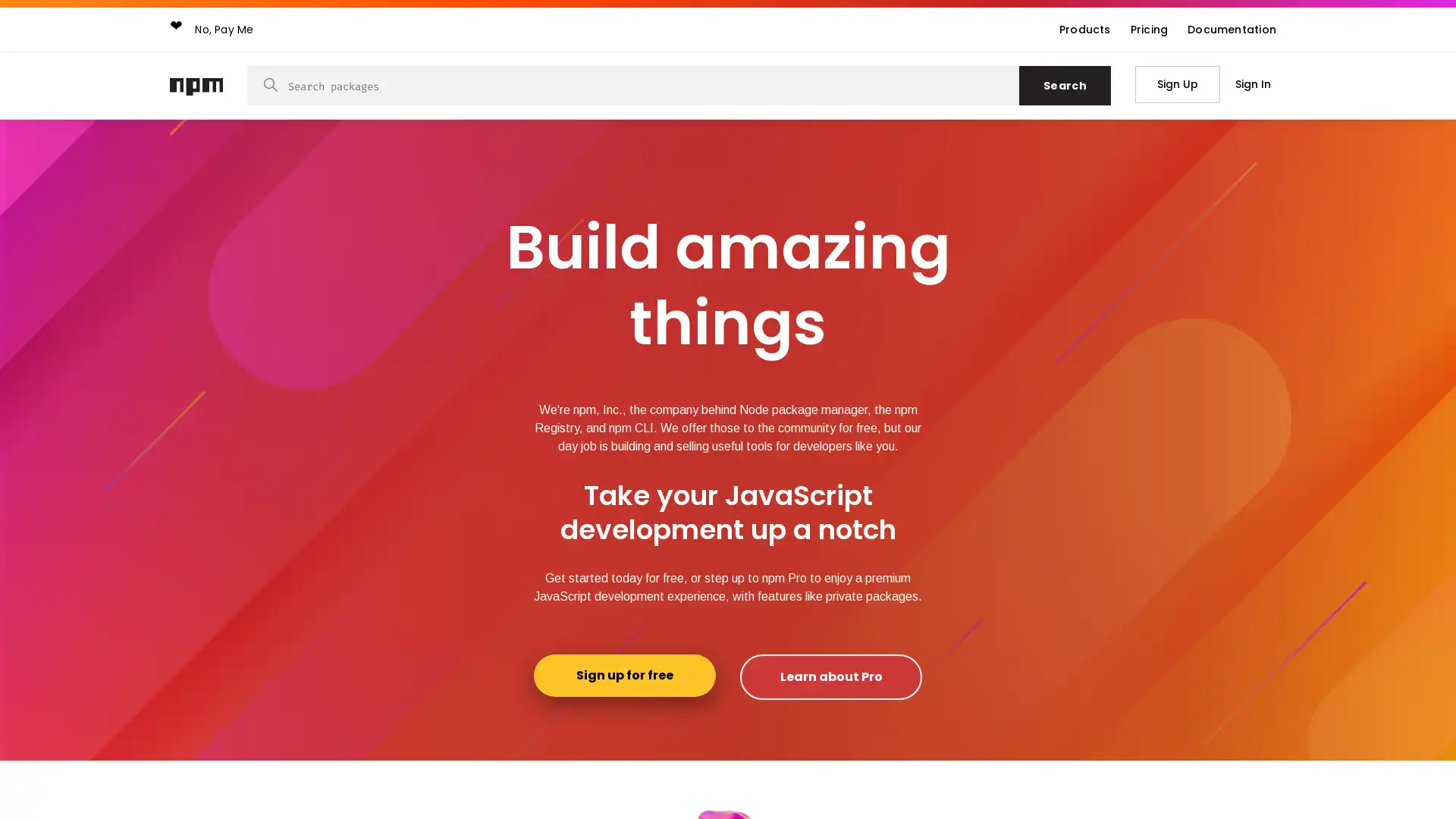  Describe the element at coordinates (1064, 85) in the screenshot. I see `Search` at that location.